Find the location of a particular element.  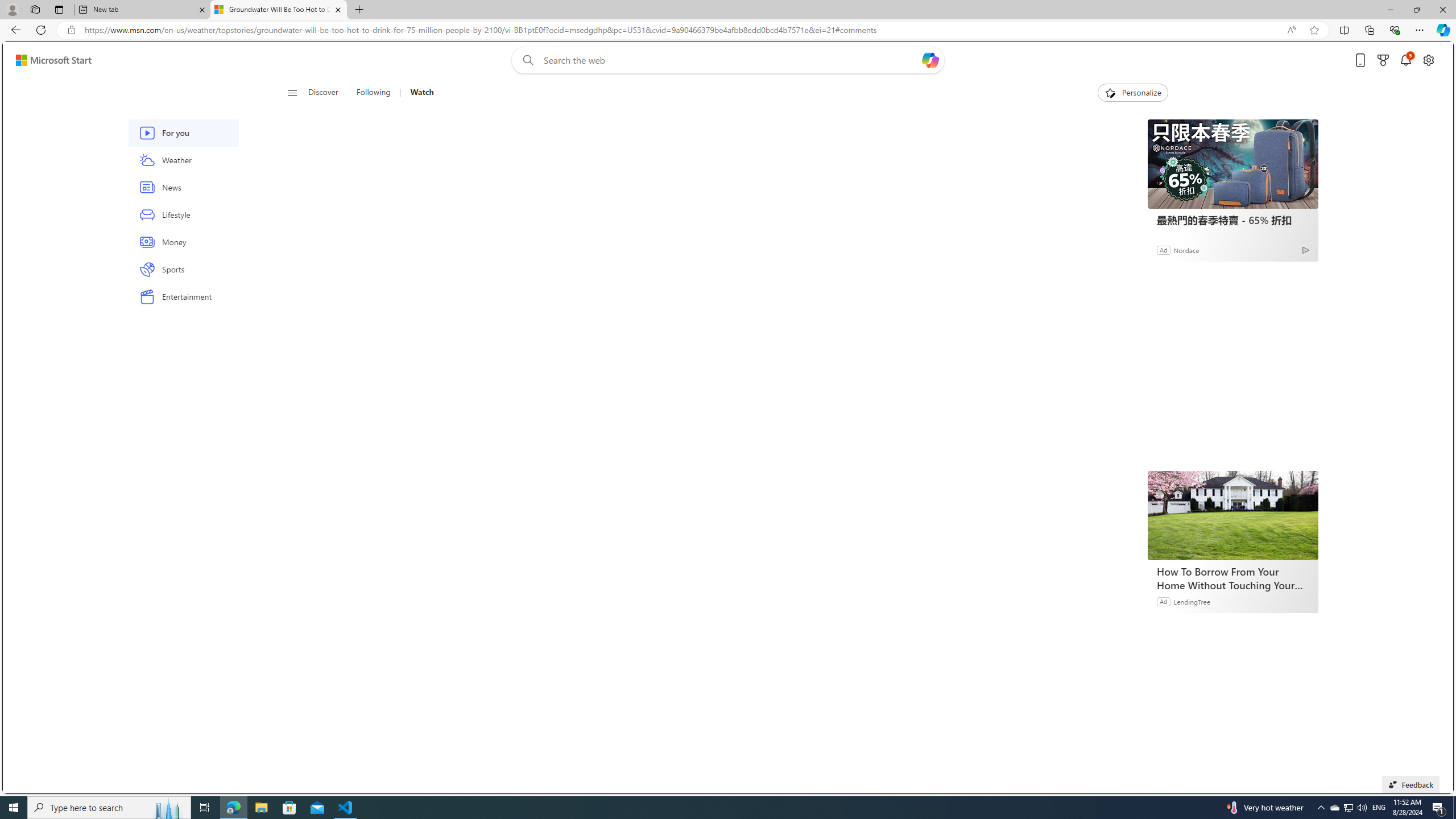

'LendingTree' is located at coordinates (1192, 601).